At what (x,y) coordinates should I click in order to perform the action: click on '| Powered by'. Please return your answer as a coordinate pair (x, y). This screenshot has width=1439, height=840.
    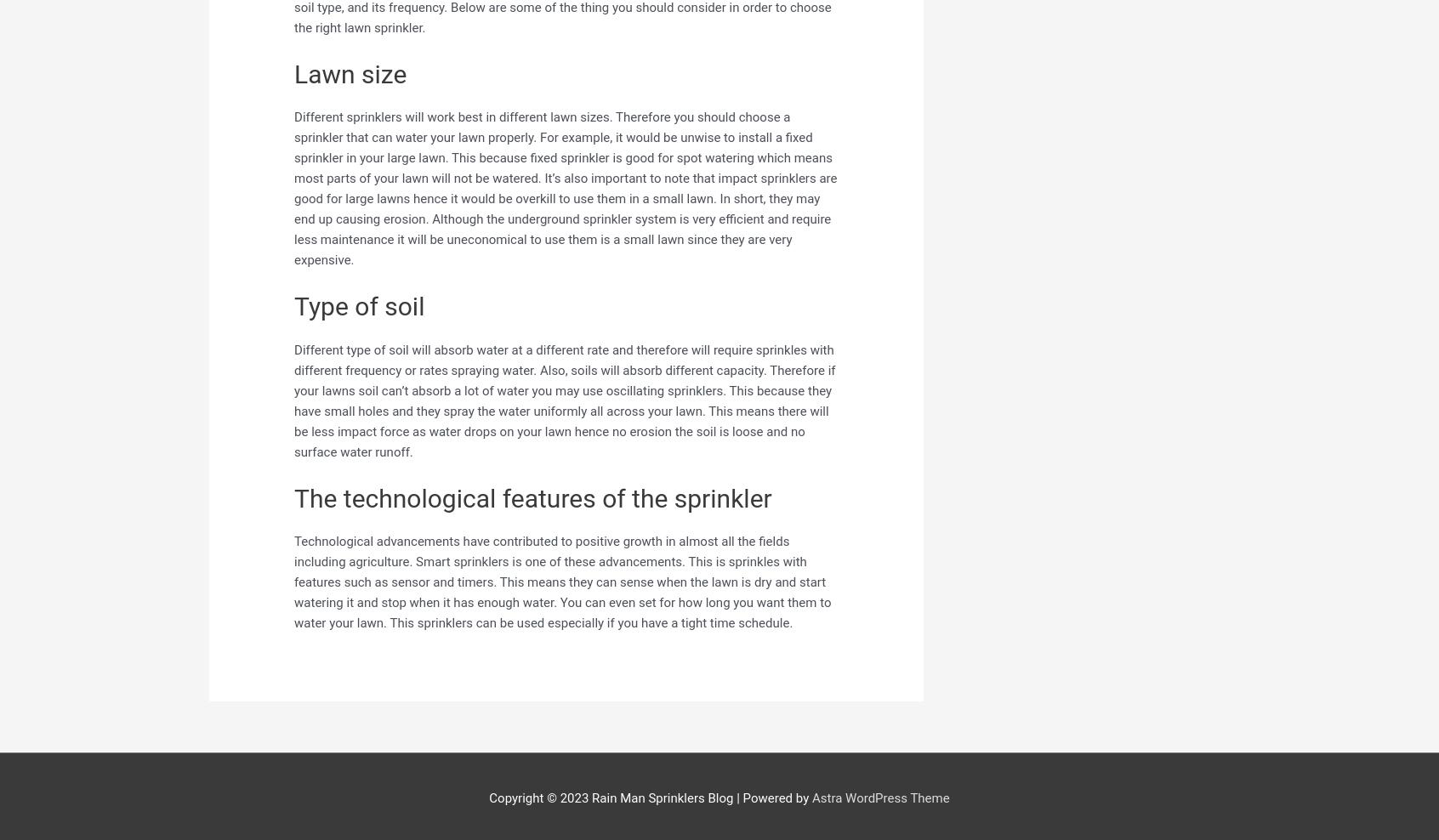
    Looking at the image, I should click on (771, 797).